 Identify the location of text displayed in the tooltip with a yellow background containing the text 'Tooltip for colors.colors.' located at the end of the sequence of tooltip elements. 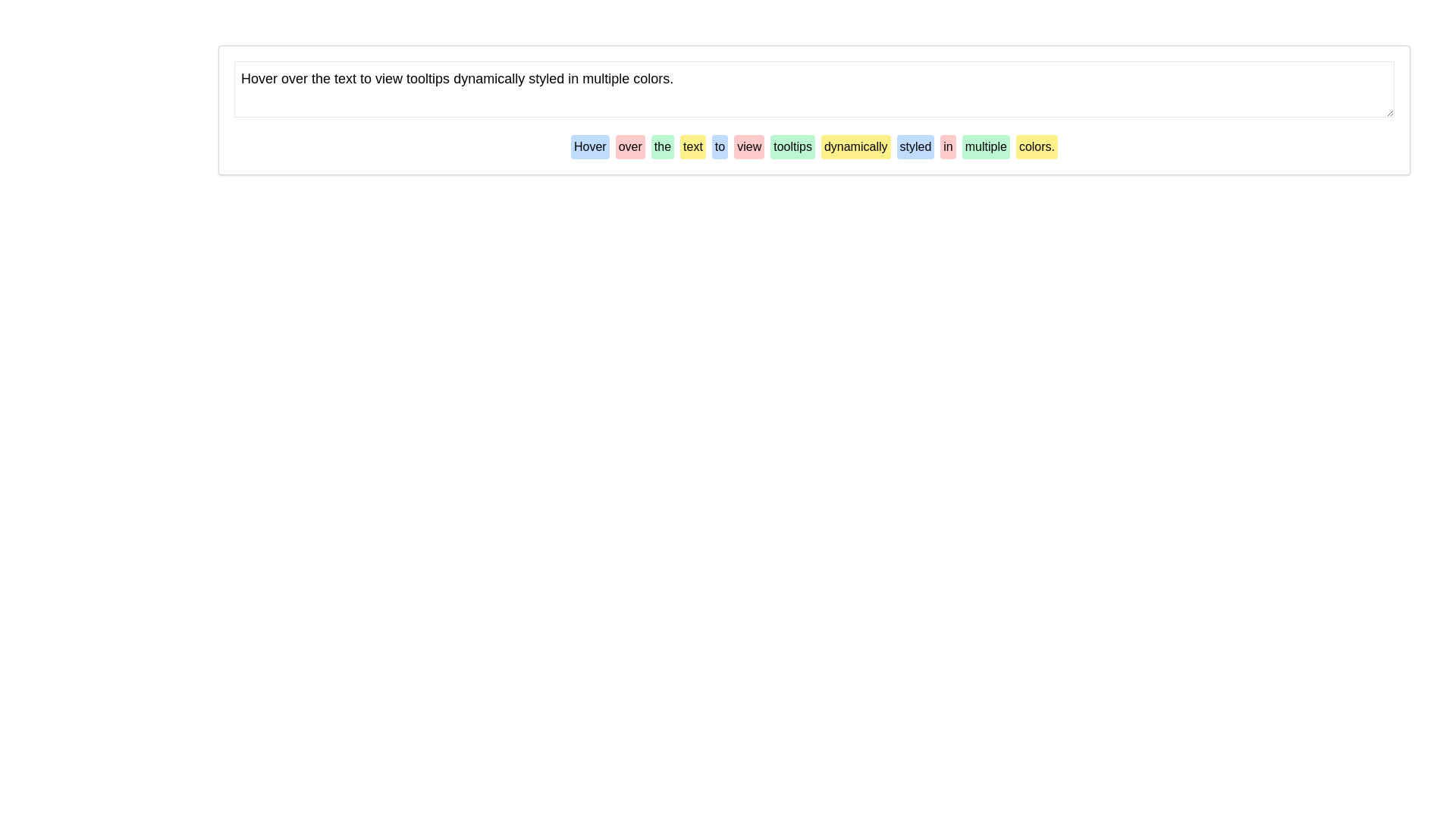
(1036, 146).